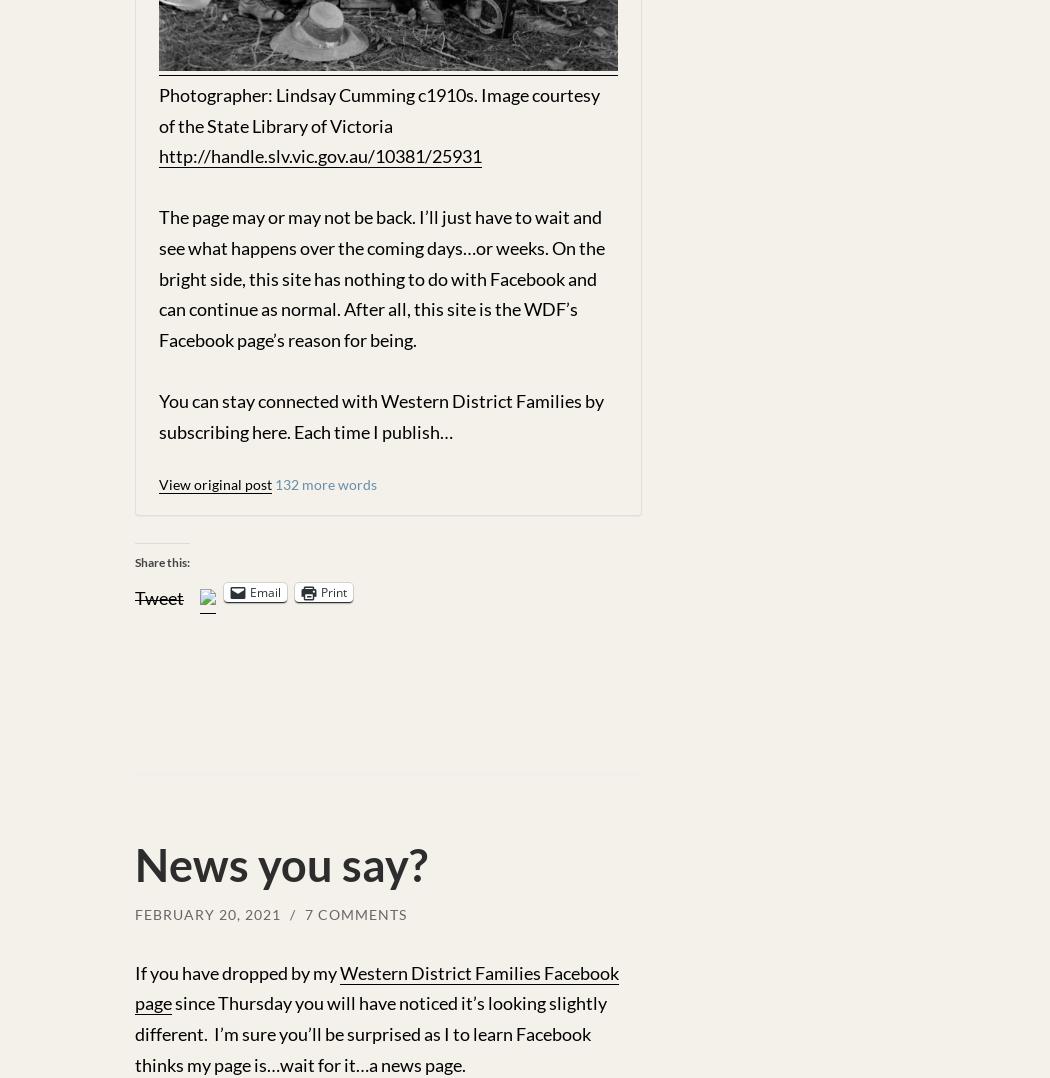  Describe the element at coordinates (294, 914) in the screenshot. I see `'/'` at that location.